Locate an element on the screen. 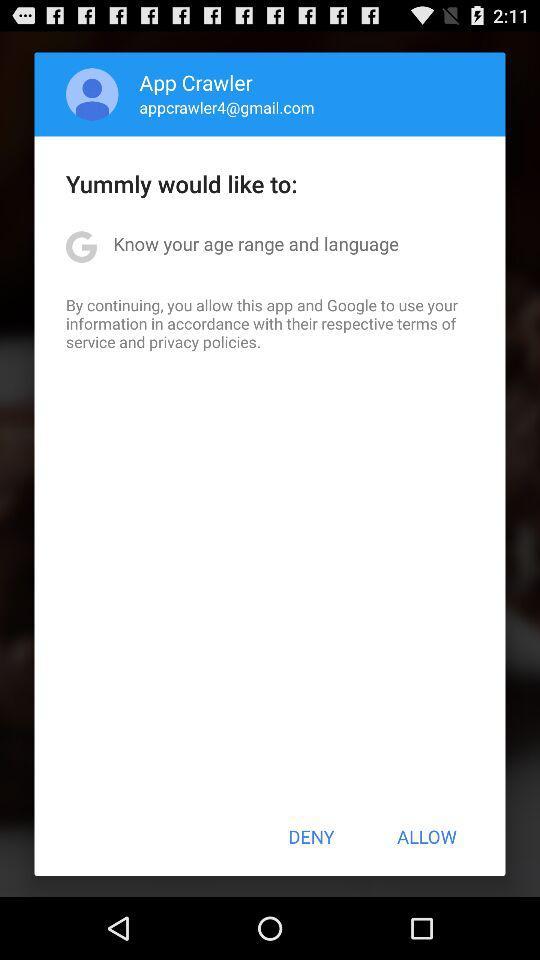 The width and height of the screenshot is (540, 960). the icon to the left of allow button is located at coordinates (311, 836).